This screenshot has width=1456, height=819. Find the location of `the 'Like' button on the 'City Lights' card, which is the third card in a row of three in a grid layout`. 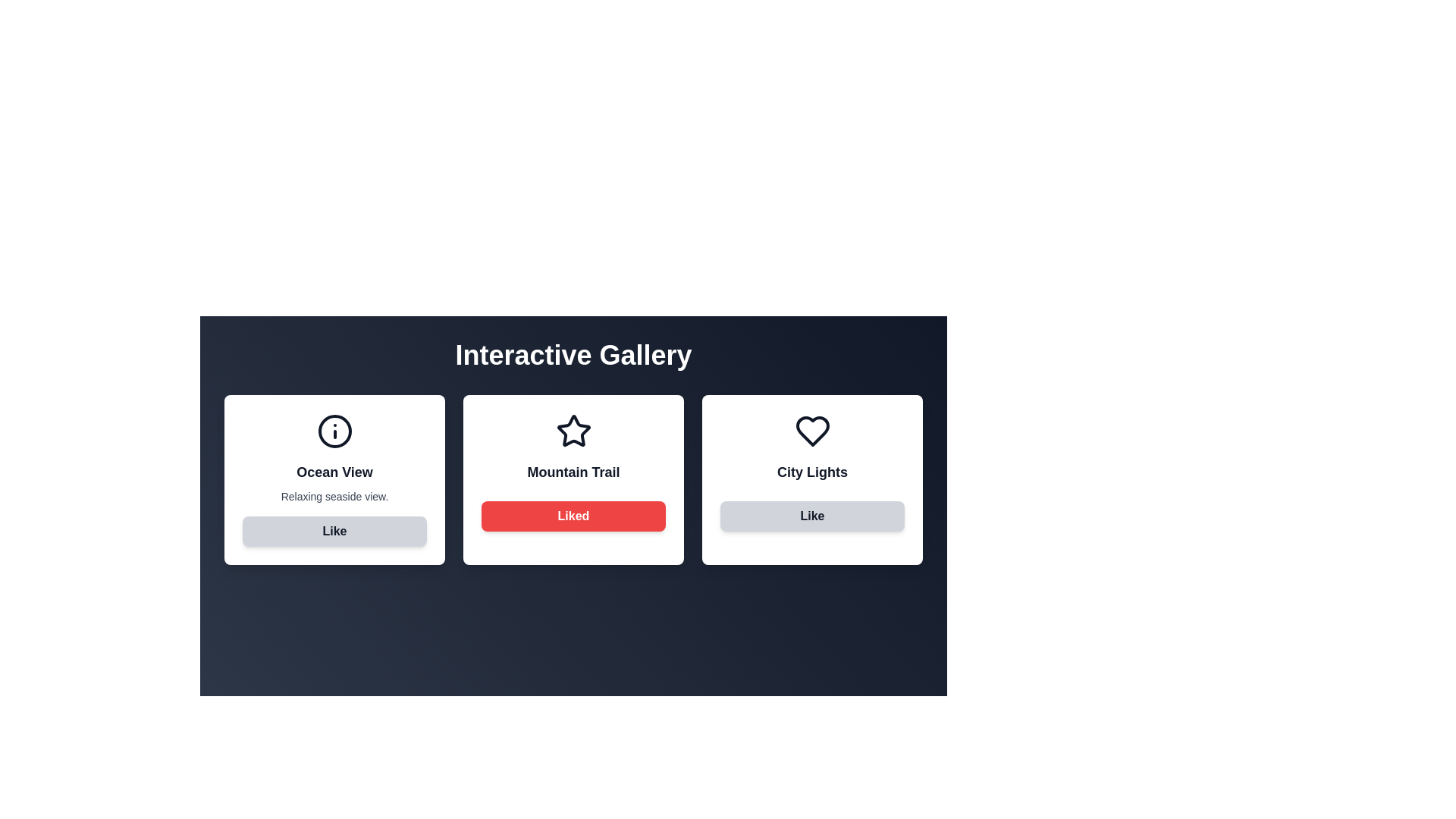

the 'Like' button on the 'City Lights' card, which is the third card in a row of three in a grid layout is located at coordinates (811, 479).